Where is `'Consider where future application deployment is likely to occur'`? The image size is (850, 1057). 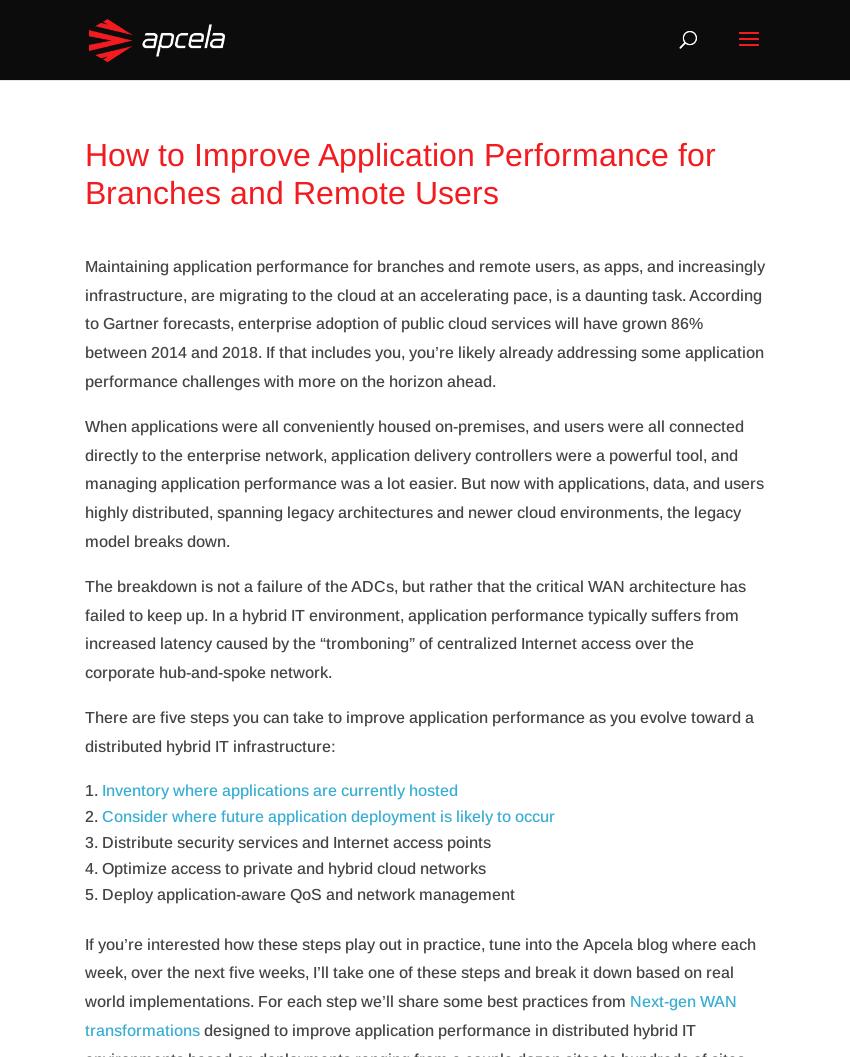 'Consider where future application deployment is likely to occur' is located at coordinates (328, 815).